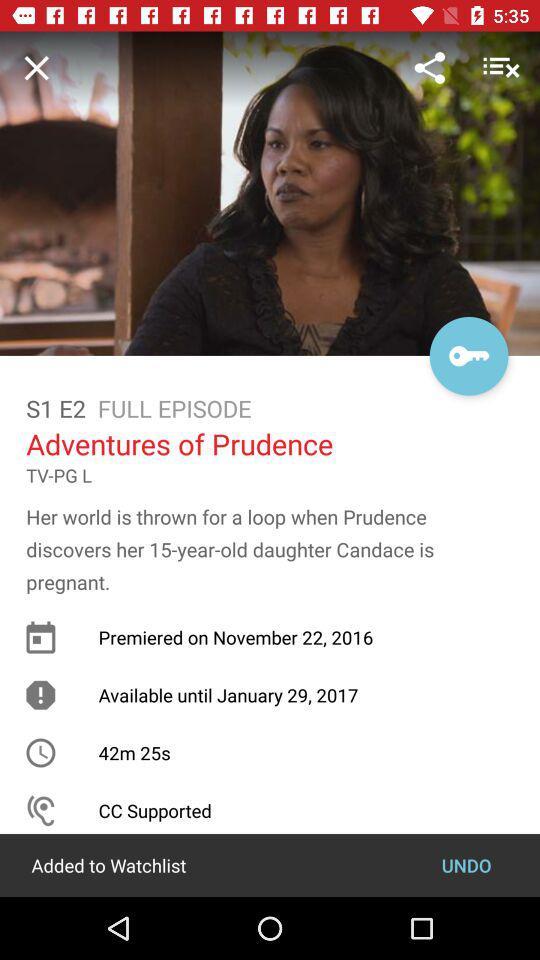 This screenshot has height=960, width=540. Describe the element at coordinates (466, 864) in the screenshot. I see `item to the right of added to watchlist icon` at that location.